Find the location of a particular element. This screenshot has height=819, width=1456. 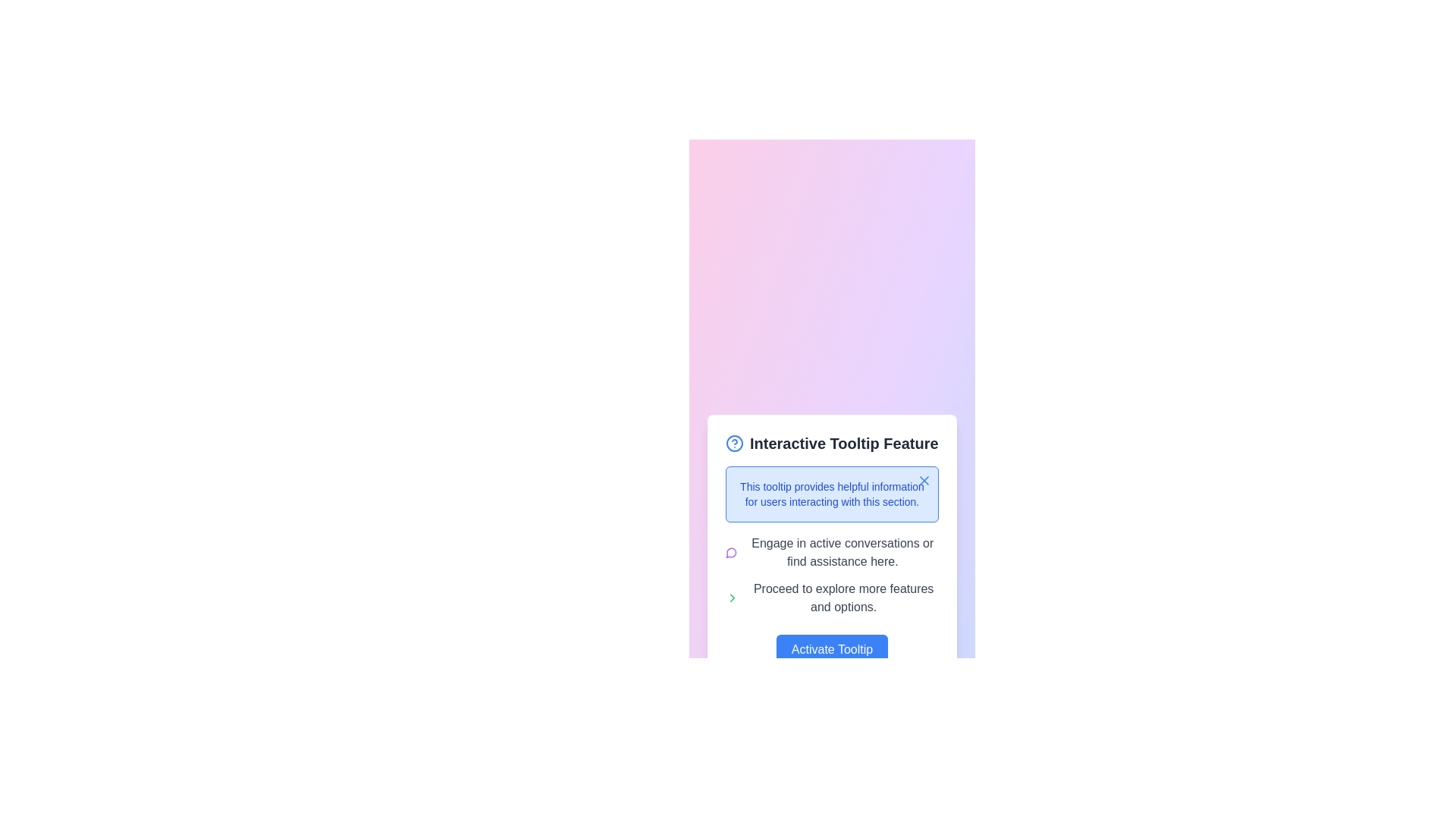

the blue button labeled 'Activate Tooltip' to observe the style change effect is located at coordinates (831, 648).